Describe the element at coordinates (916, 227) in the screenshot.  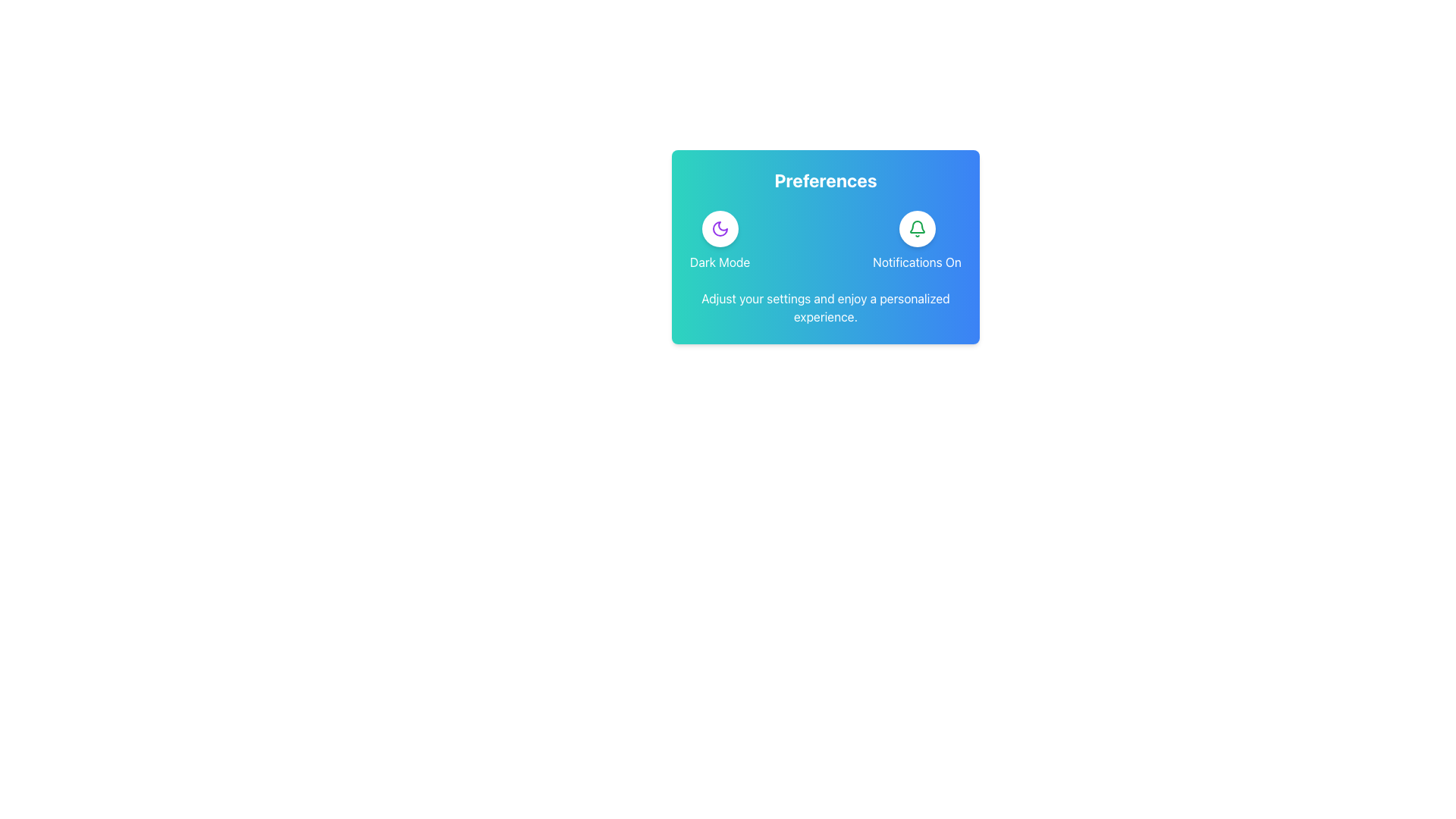
I see `the notifications icon located in the preferences section, to the right of 'Dark Mode'` at that location.